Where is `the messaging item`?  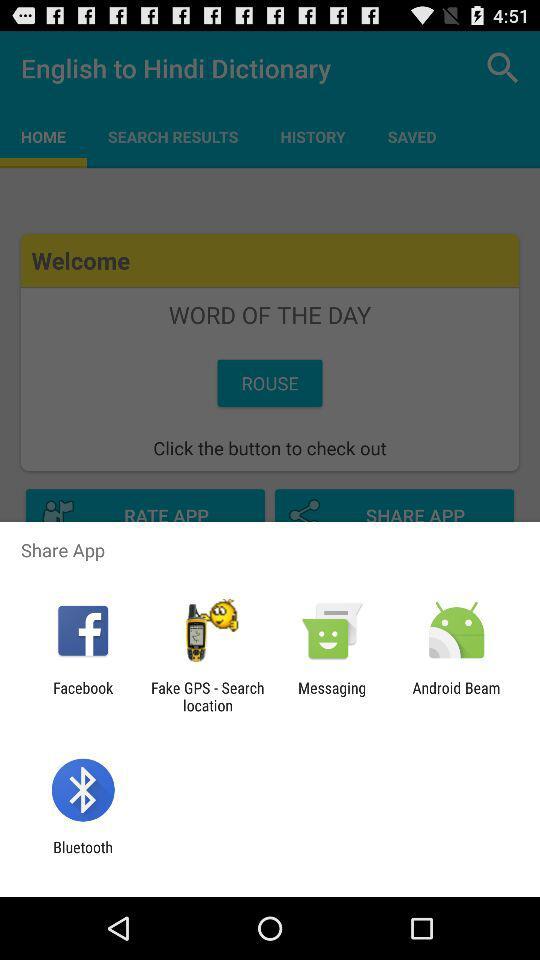 the messaging item is located at coordinates (332, 696).